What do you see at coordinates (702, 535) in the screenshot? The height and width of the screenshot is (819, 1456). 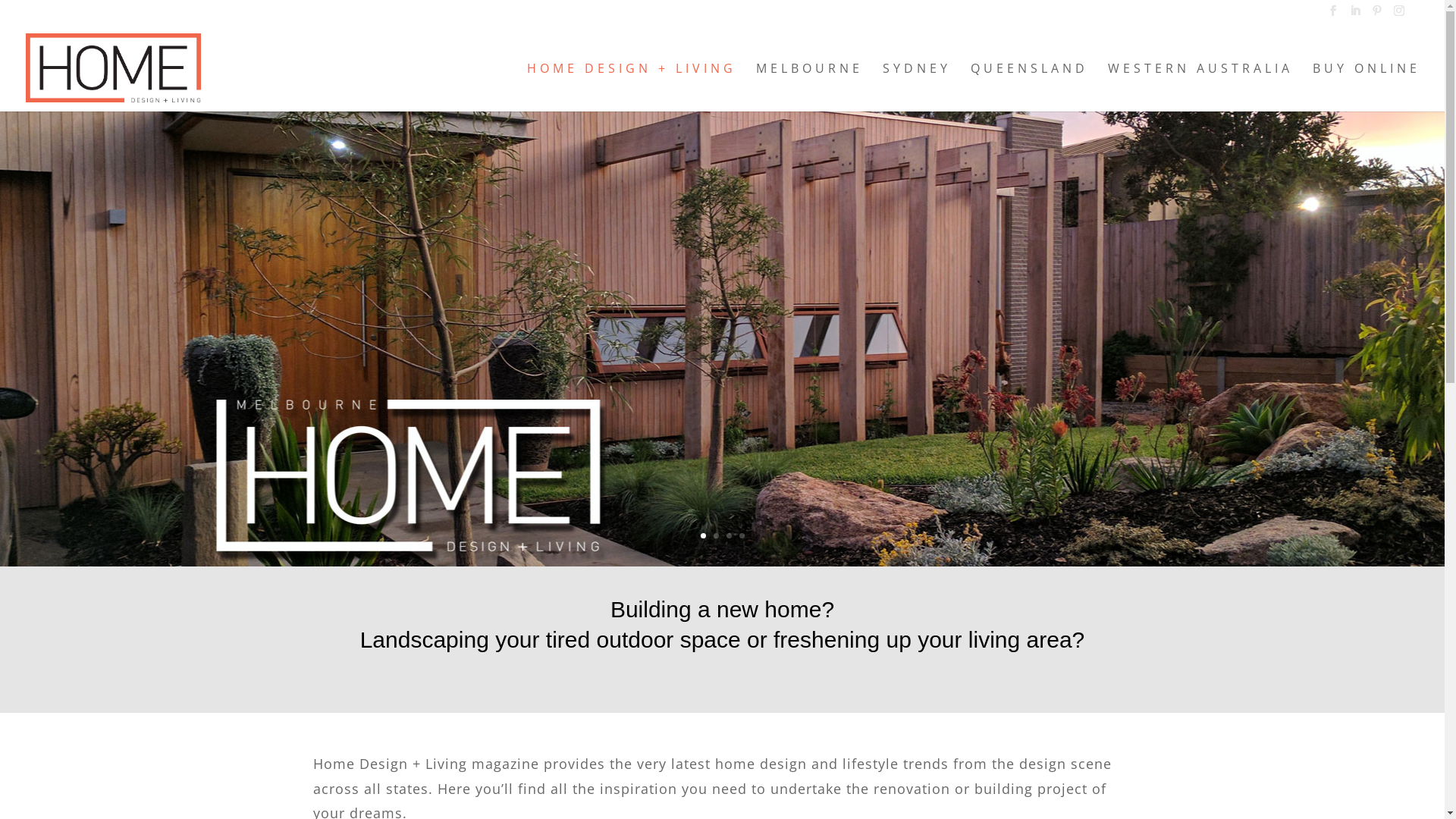 I see `'1'` at bounding box center [702, 535].